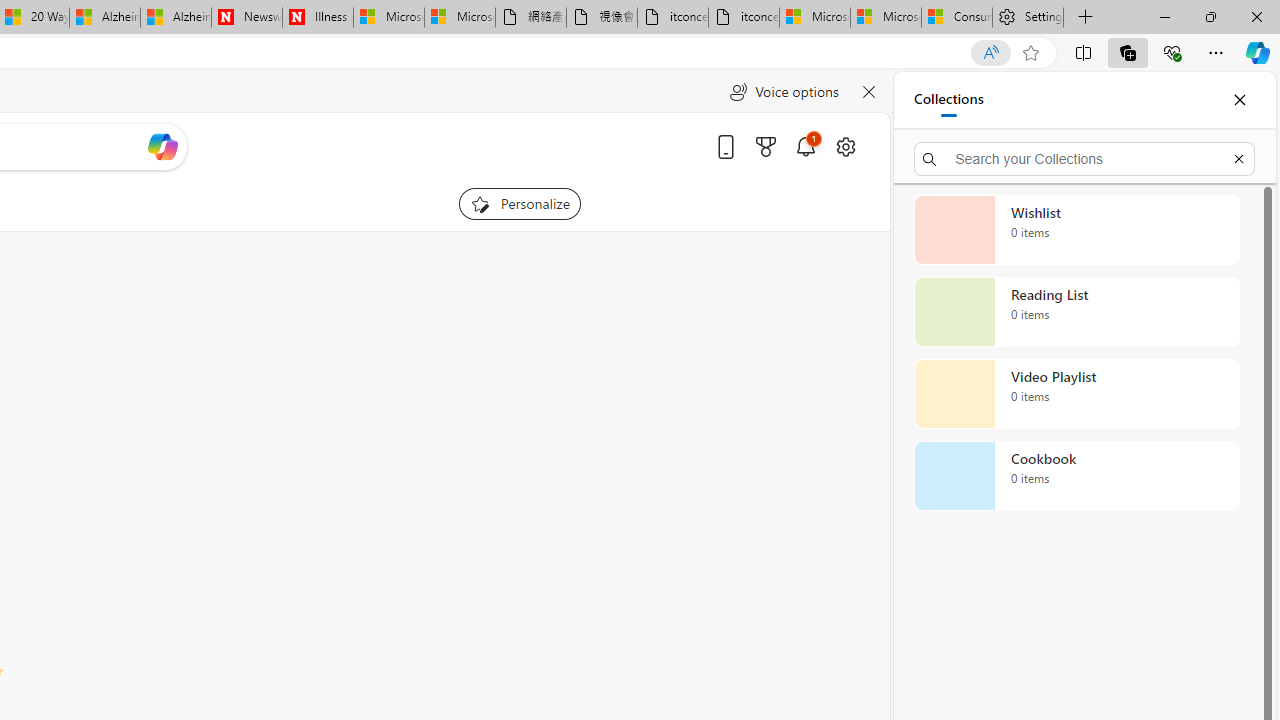 Image resolution: width=1280 pixels, height=720 pixels. I want to click on 'Newsweek - News, Analysis, Politics, Business, Technology', so click(246, 17).